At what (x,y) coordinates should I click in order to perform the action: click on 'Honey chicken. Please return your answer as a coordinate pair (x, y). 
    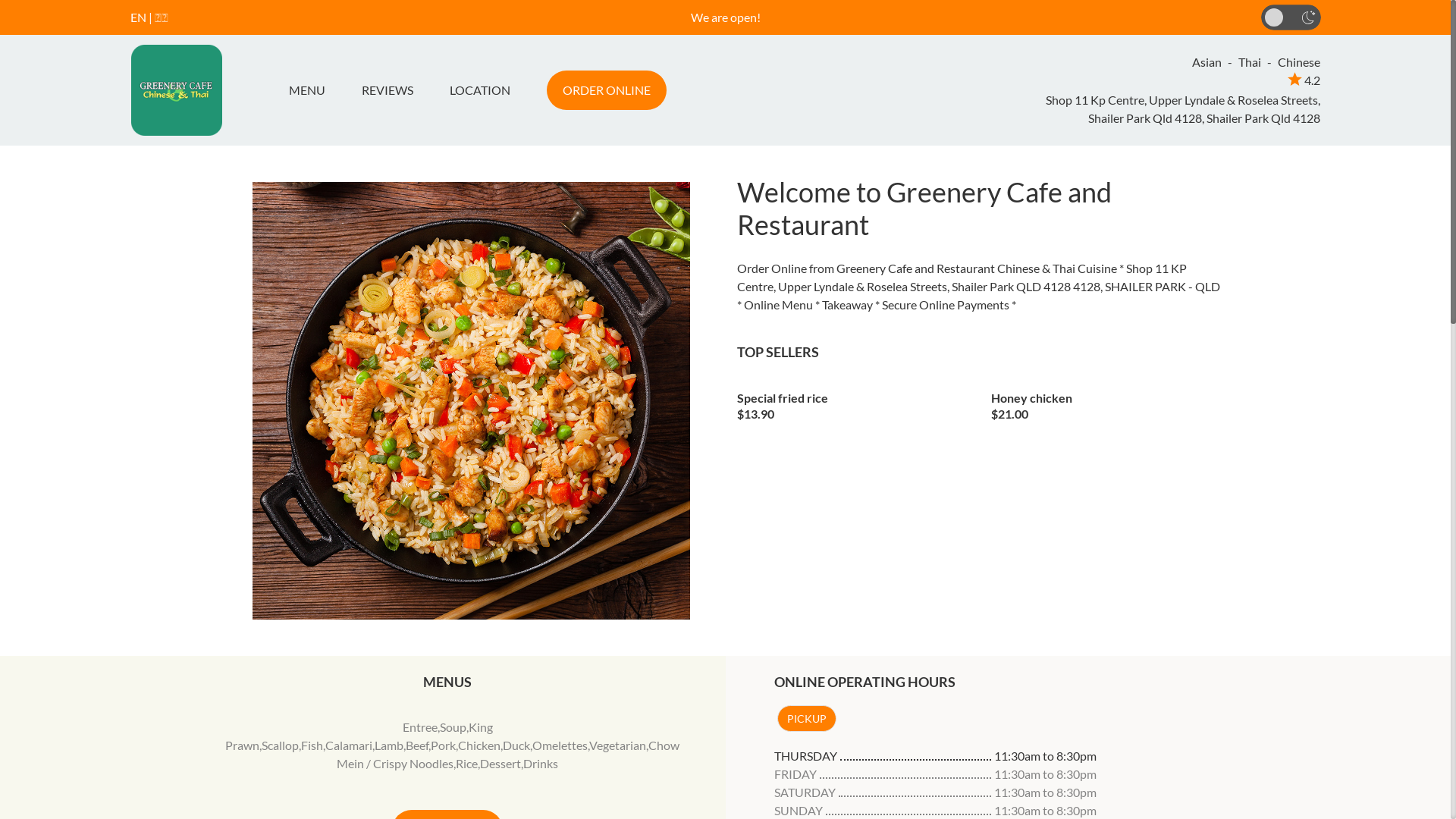
    Looking at the image, I should click on (990, 400).